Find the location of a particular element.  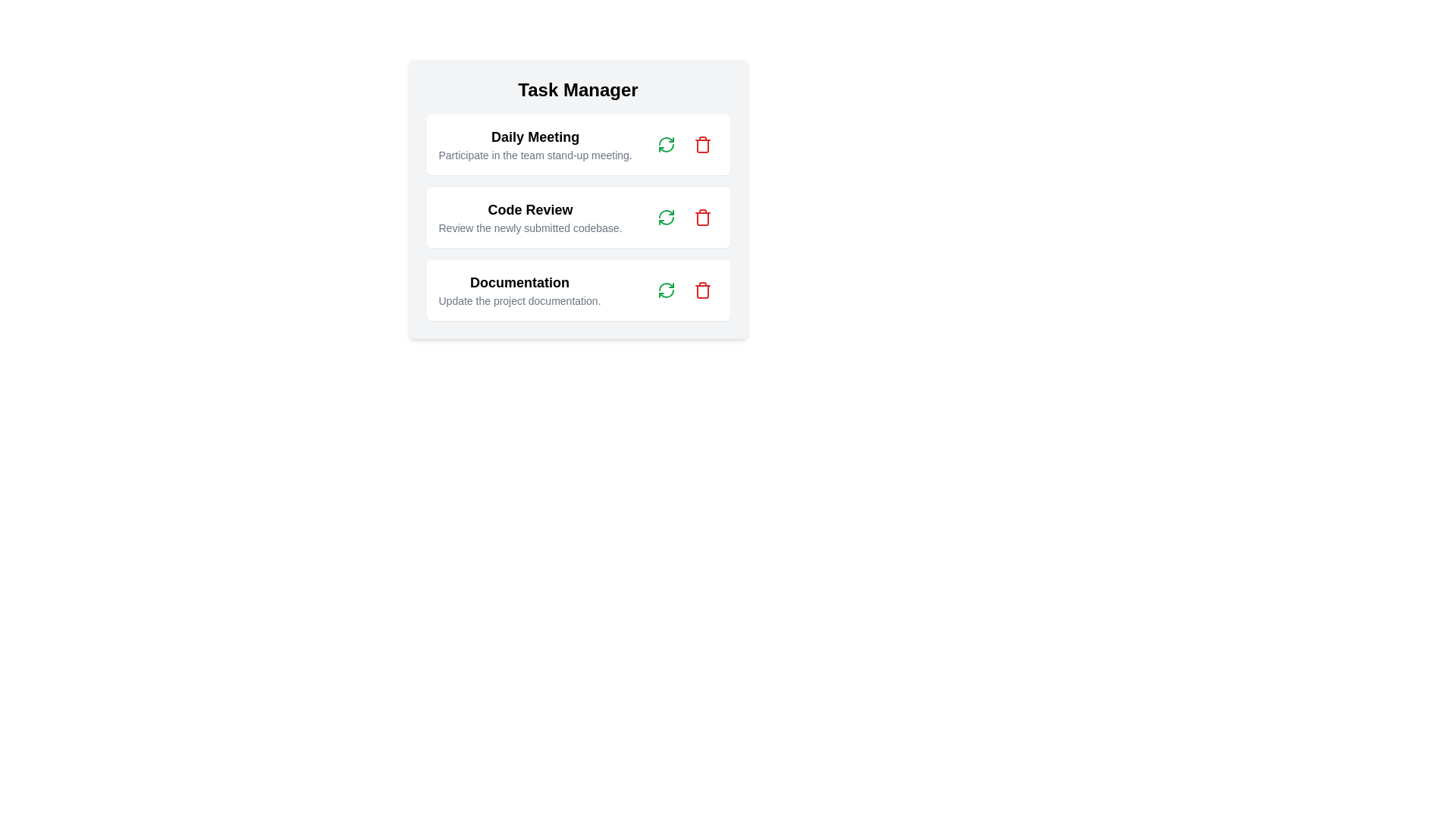

the refresh button with an icon located on the right-hand side of the 'Daily Meeting' task row is located at coordinates (666, 145).